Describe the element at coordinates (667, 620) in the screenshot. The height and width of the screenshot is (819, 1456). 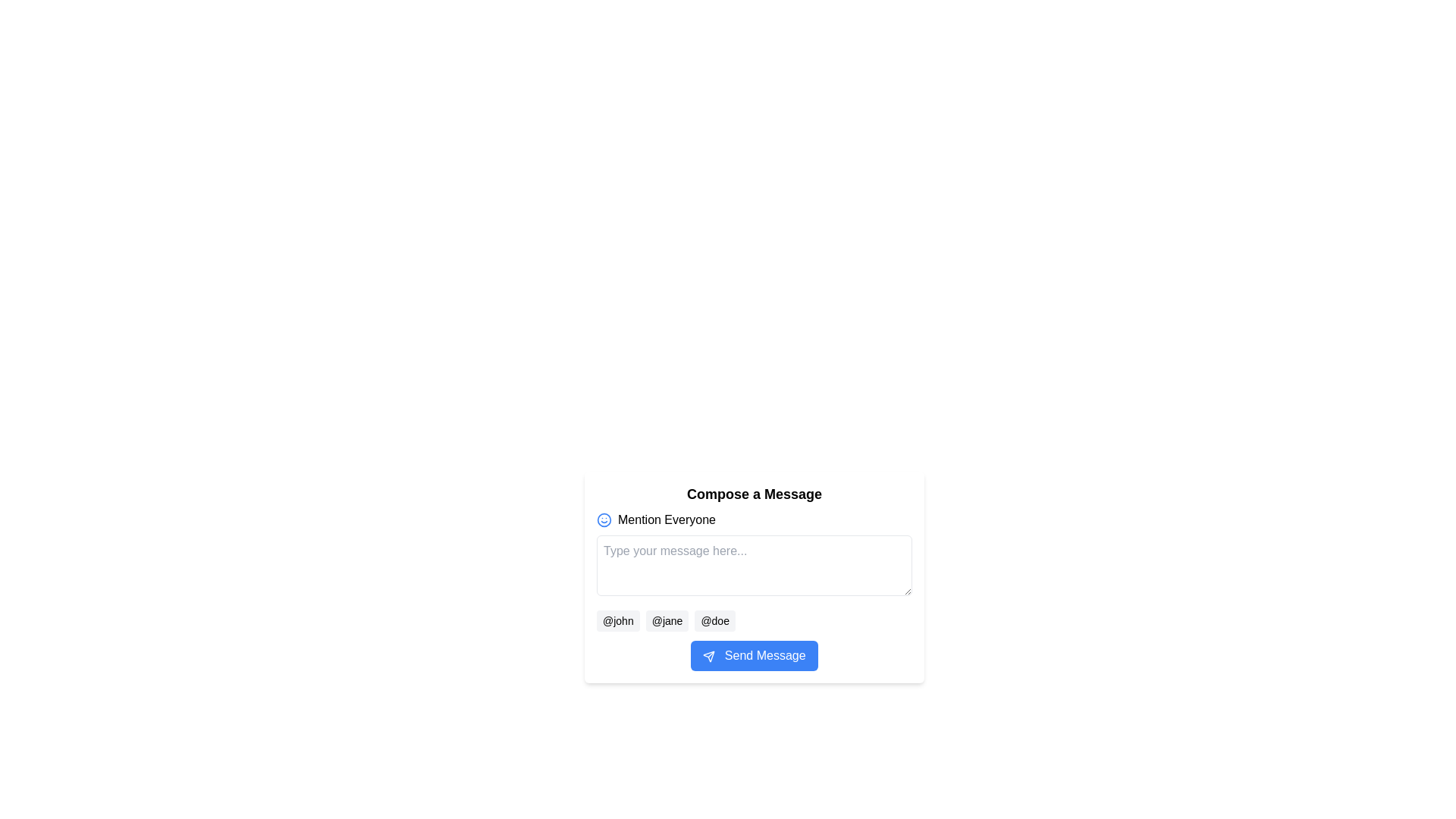
I see `the '@jane' tag, which is the second tag in a group of three tags located beneath the message input box` at that location.